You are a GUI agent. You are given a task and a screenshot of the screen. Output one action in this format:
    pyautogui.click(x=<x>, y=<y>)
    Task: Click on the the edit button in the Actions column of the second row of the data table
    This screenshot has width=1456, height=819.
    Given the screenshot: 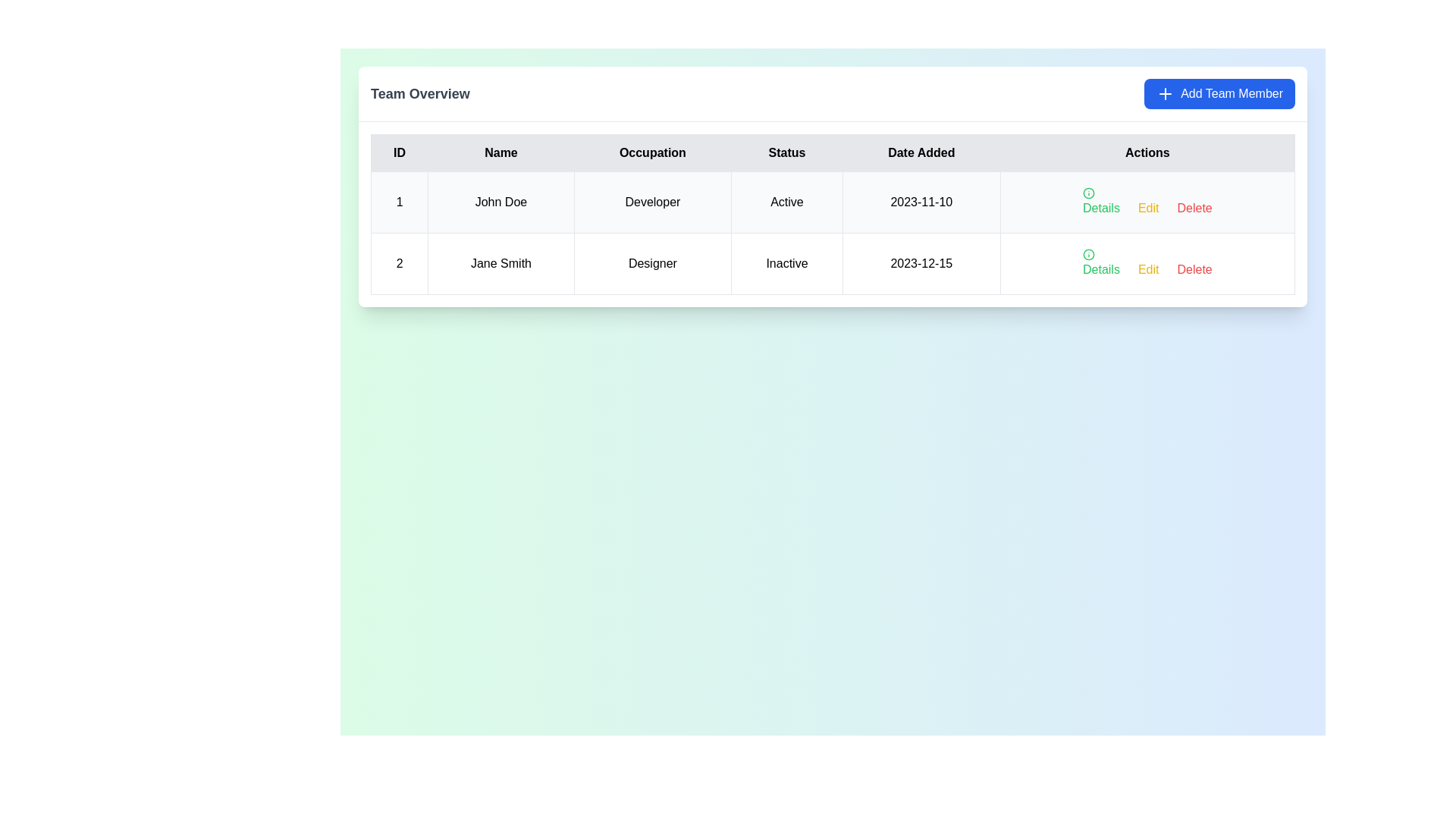 What is the action you would take?
    pyautogui.click(x=1148, y=268)
    